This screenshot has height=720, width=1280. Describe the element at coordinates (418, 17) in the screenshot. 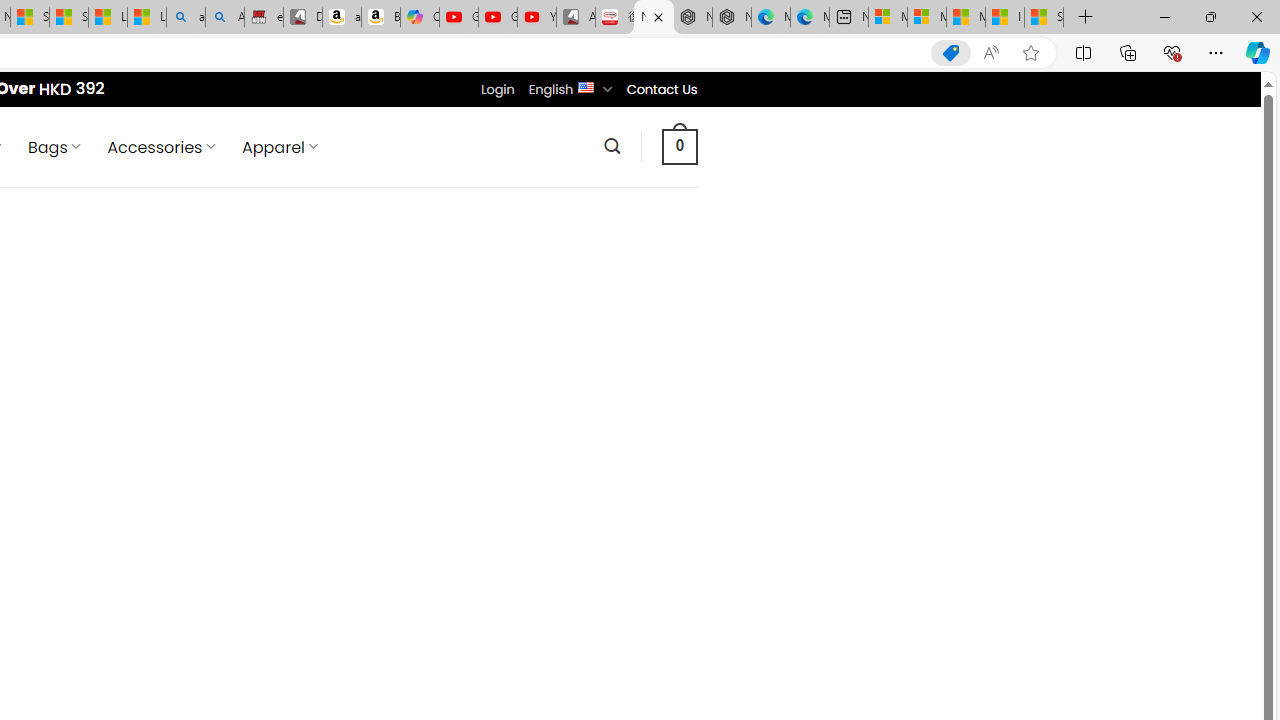

I see `'Copilot'` at that location.